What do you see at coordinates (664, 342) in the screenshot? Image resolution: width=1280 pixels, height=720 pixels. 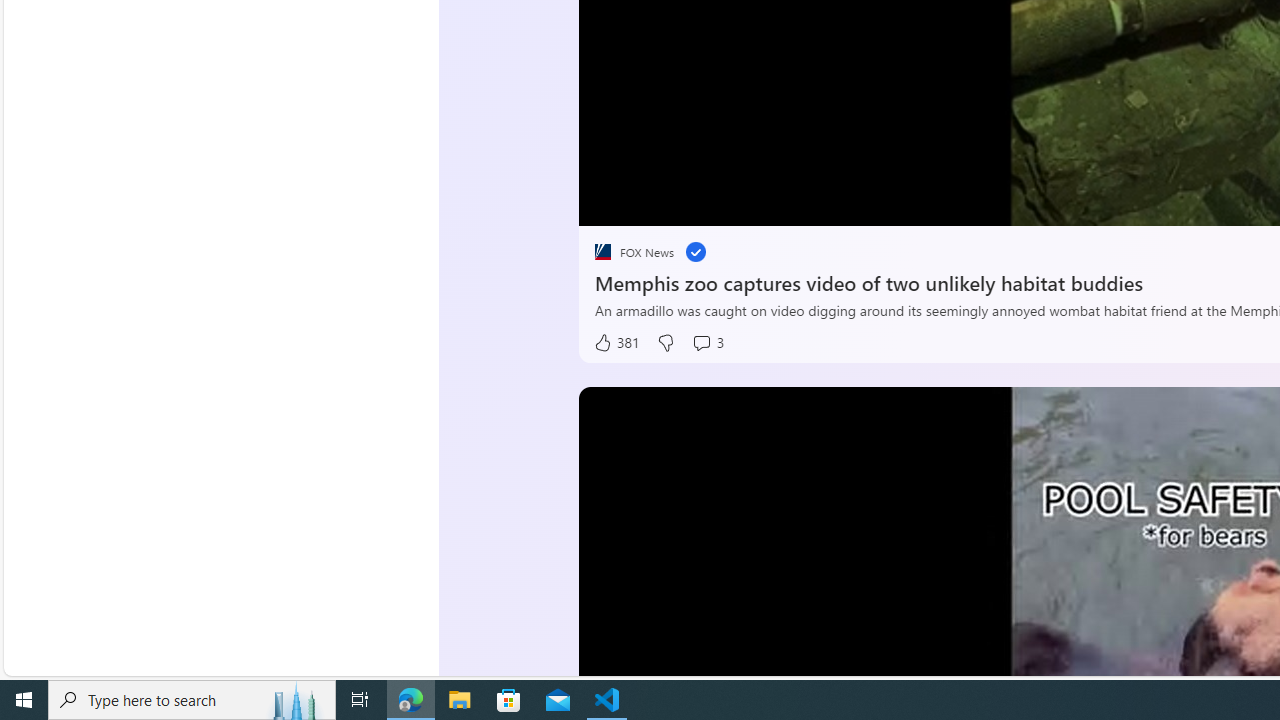 I see `'Dislike'` at bounding box center [664, 342].